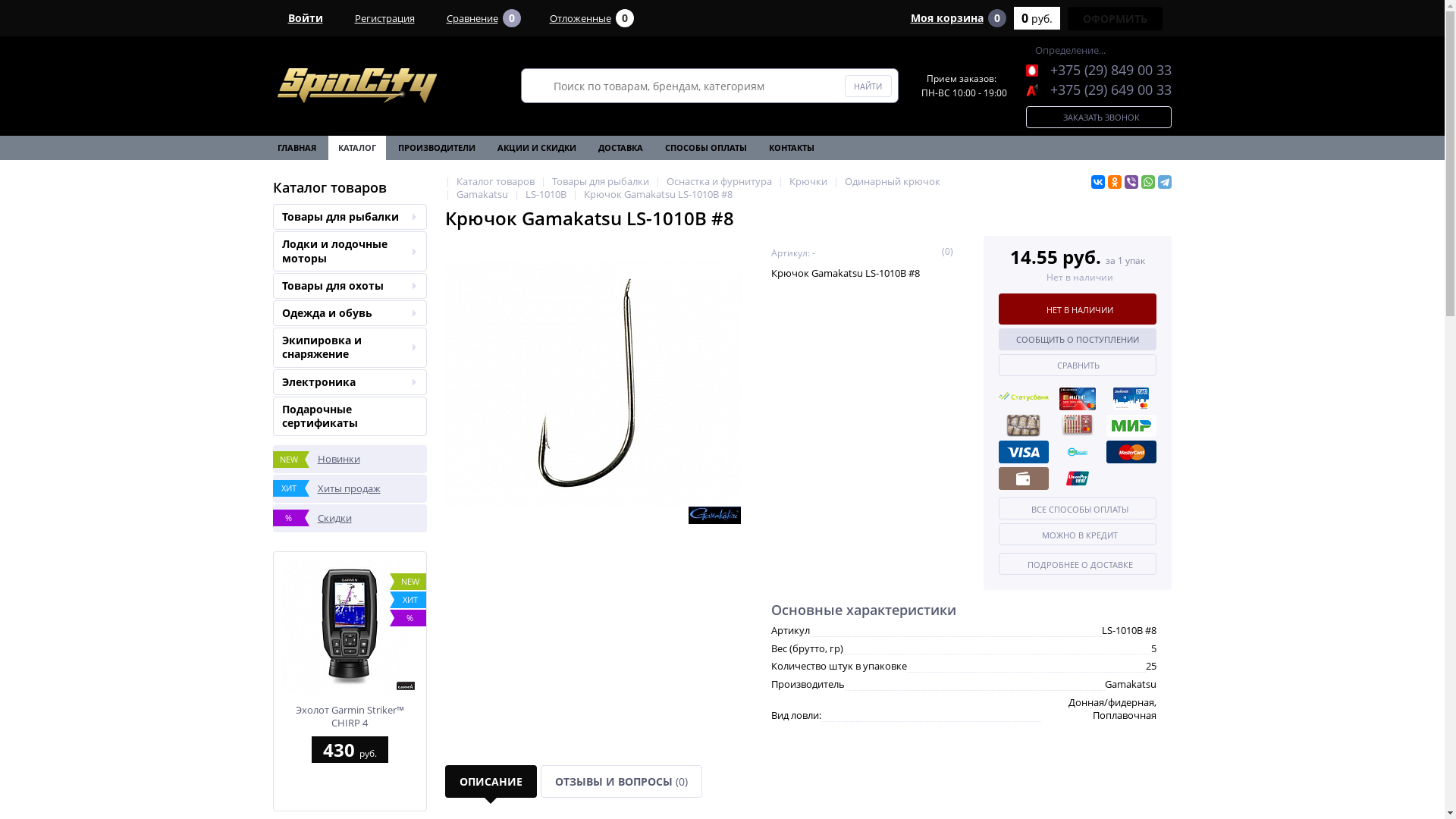 The image size is (1456, 819). What do you see at coordinates (1022, 451) in the screenshot?
I see `'VISA'` at bounding box center [1022, 451].